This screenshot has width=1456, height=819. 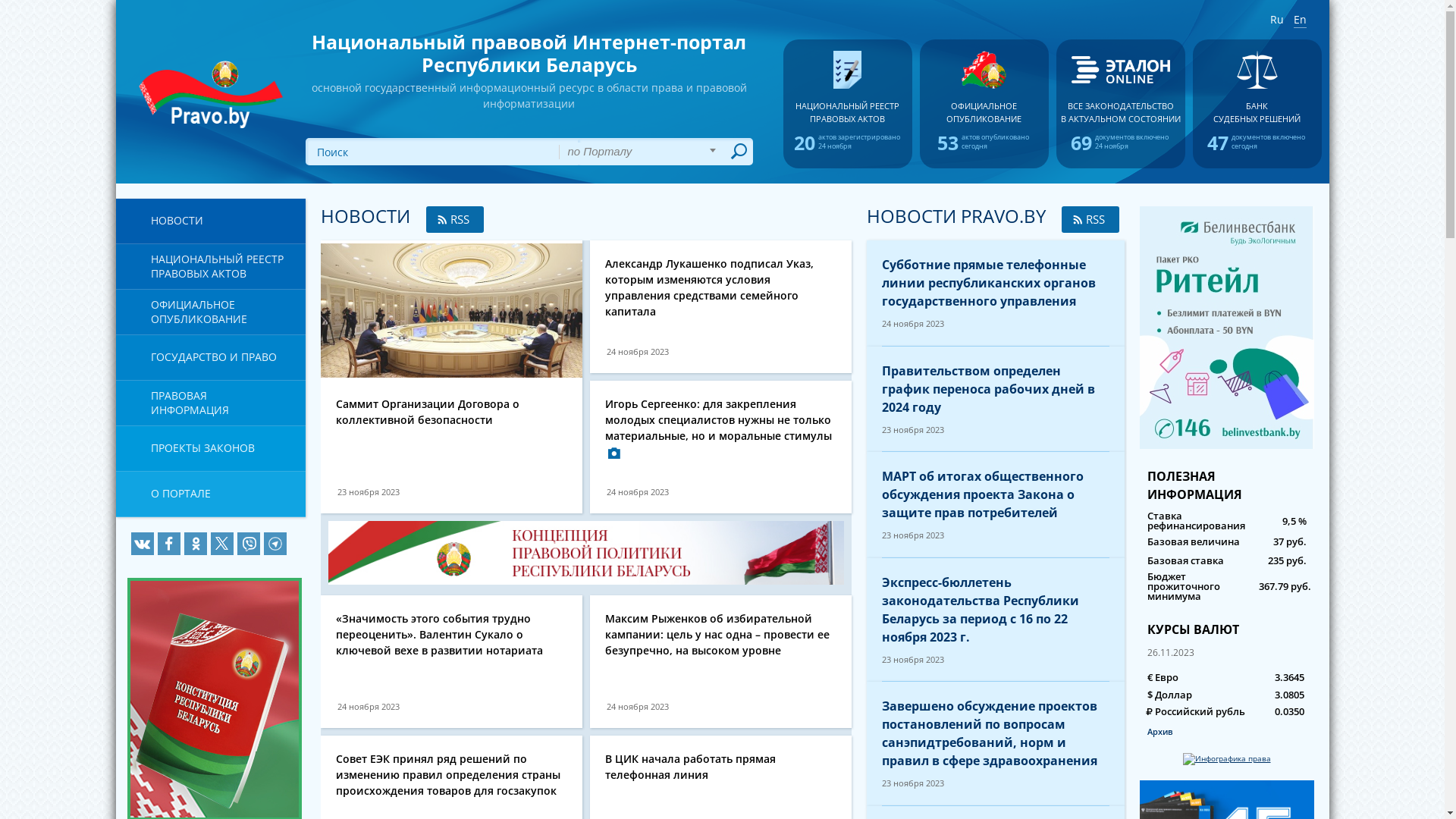 I want to click on 'Ru', so click(x=1276, y=20).